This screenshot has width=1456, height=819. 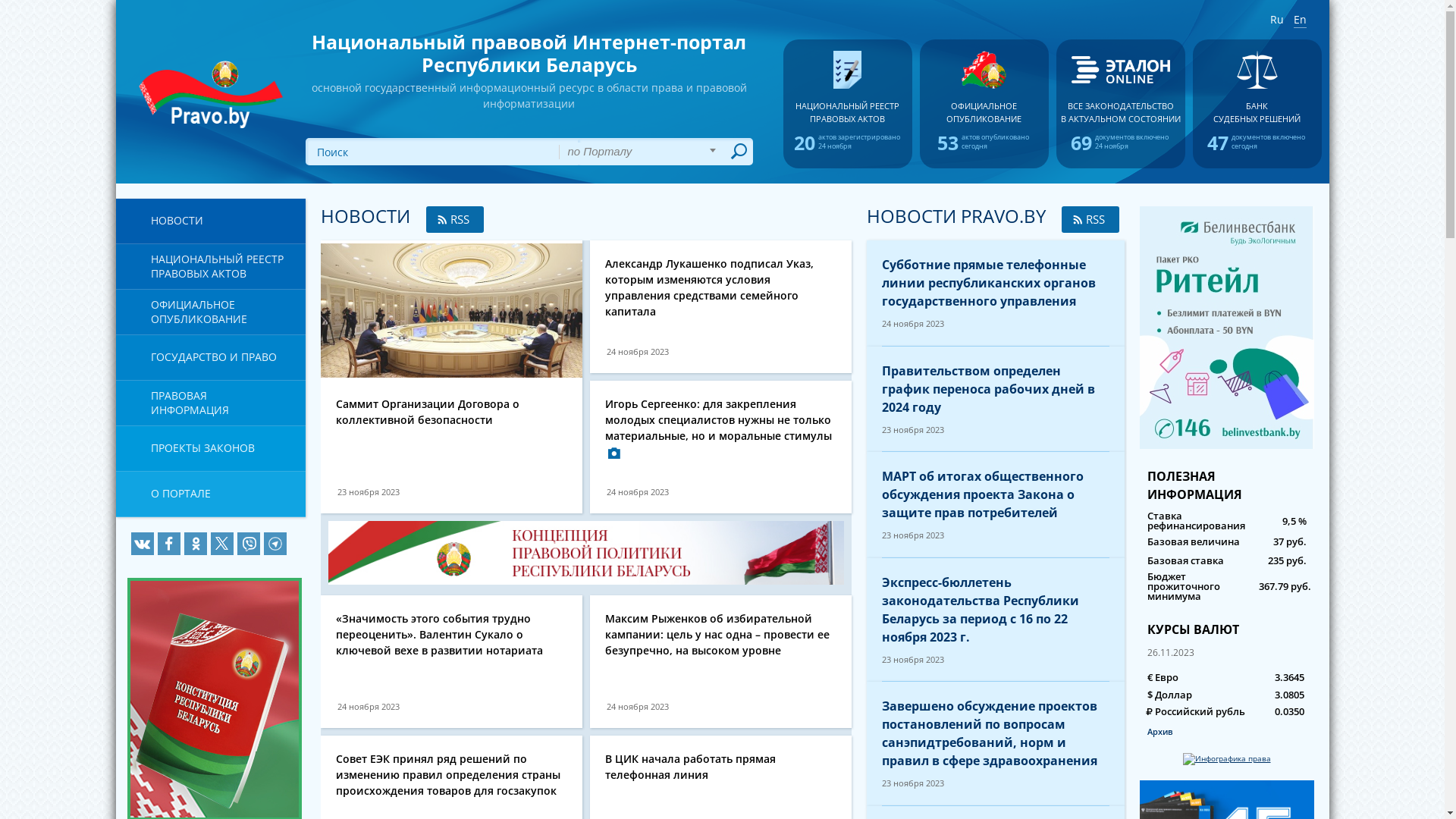 I want to click on 'Ru', so click(x=1276, y=20).